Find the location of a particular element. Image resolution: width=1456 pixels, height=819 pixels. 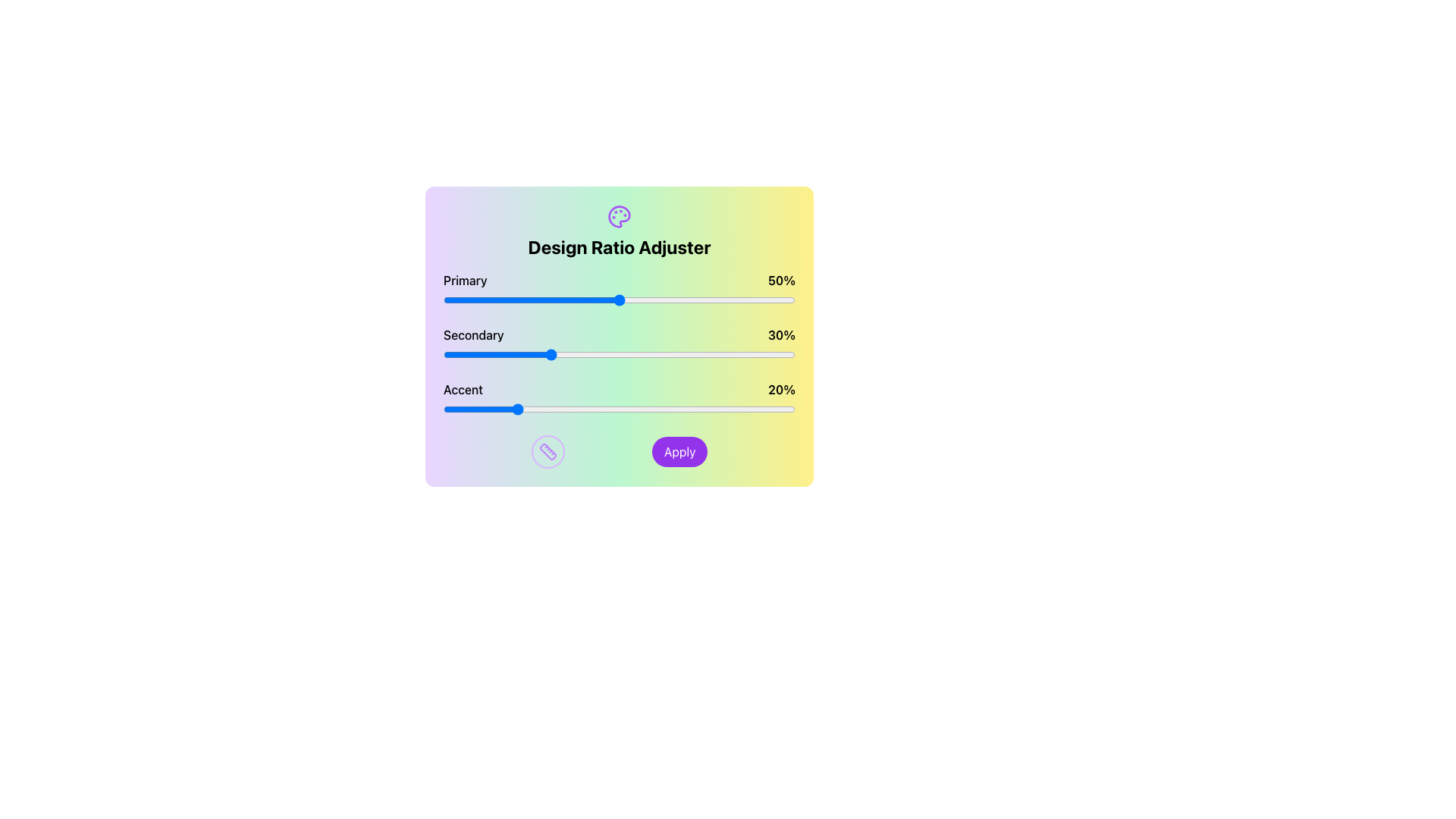

the artistic design icon located at the center-top of the gradient background box, directly above the 'Design Ratio Adjuster' heading is located at coordinates (619, 216).